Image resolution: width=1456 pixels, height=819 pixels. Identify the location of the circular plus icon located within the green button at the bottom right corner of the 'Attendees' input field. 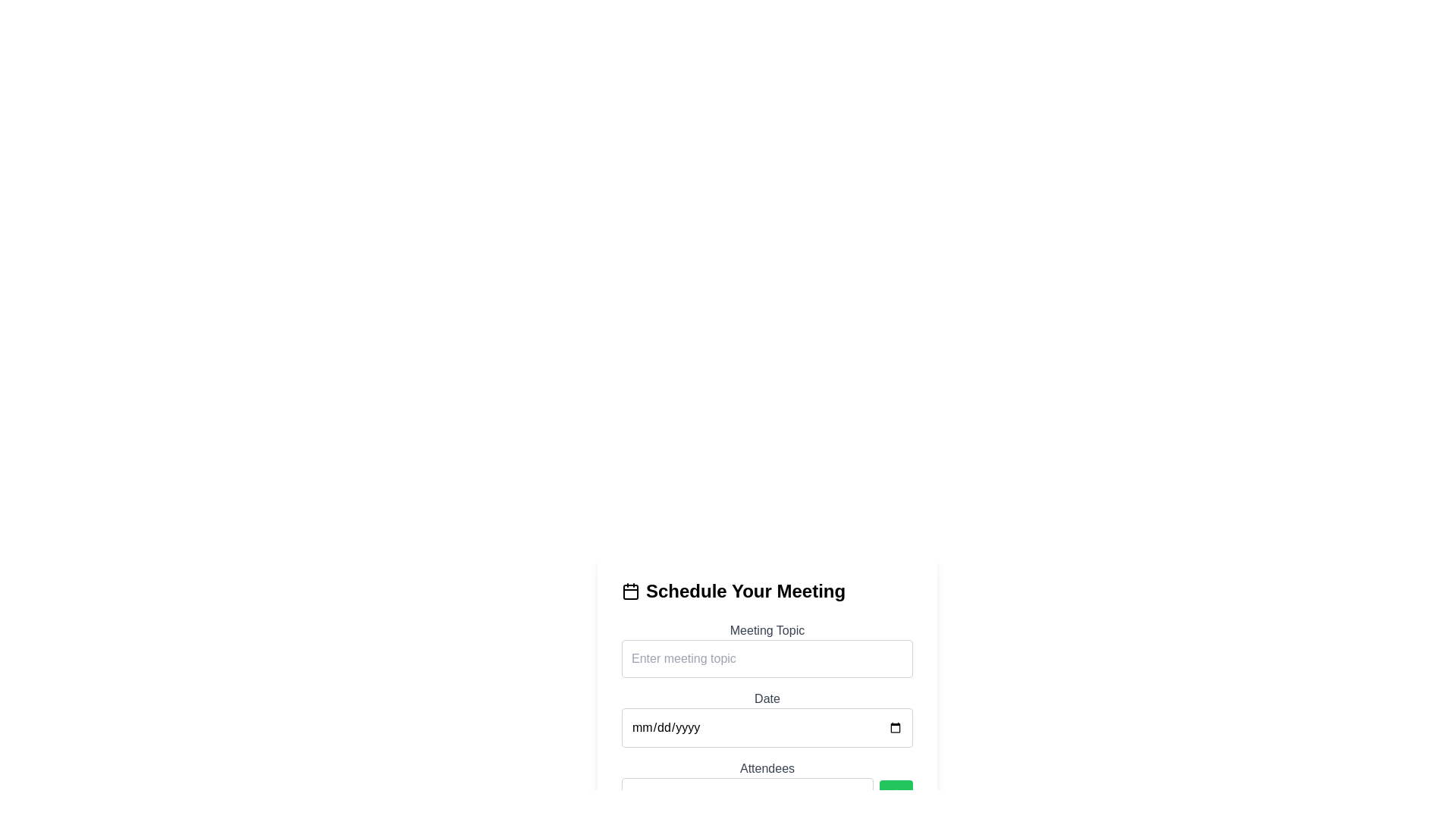
(896, 795).